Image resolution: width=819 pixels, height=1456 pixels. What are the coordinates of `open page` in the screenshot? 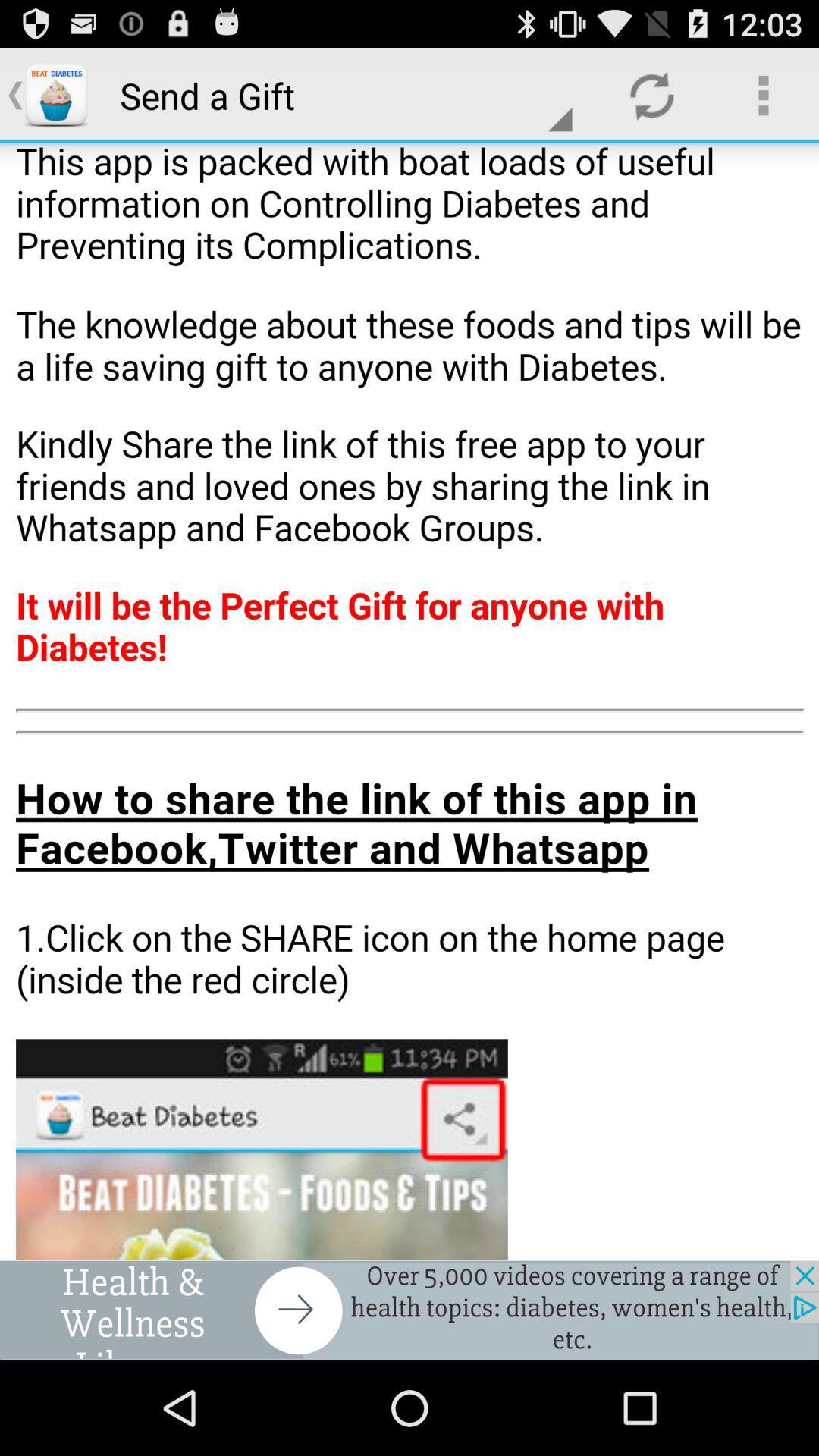 It's located at (409, 701).